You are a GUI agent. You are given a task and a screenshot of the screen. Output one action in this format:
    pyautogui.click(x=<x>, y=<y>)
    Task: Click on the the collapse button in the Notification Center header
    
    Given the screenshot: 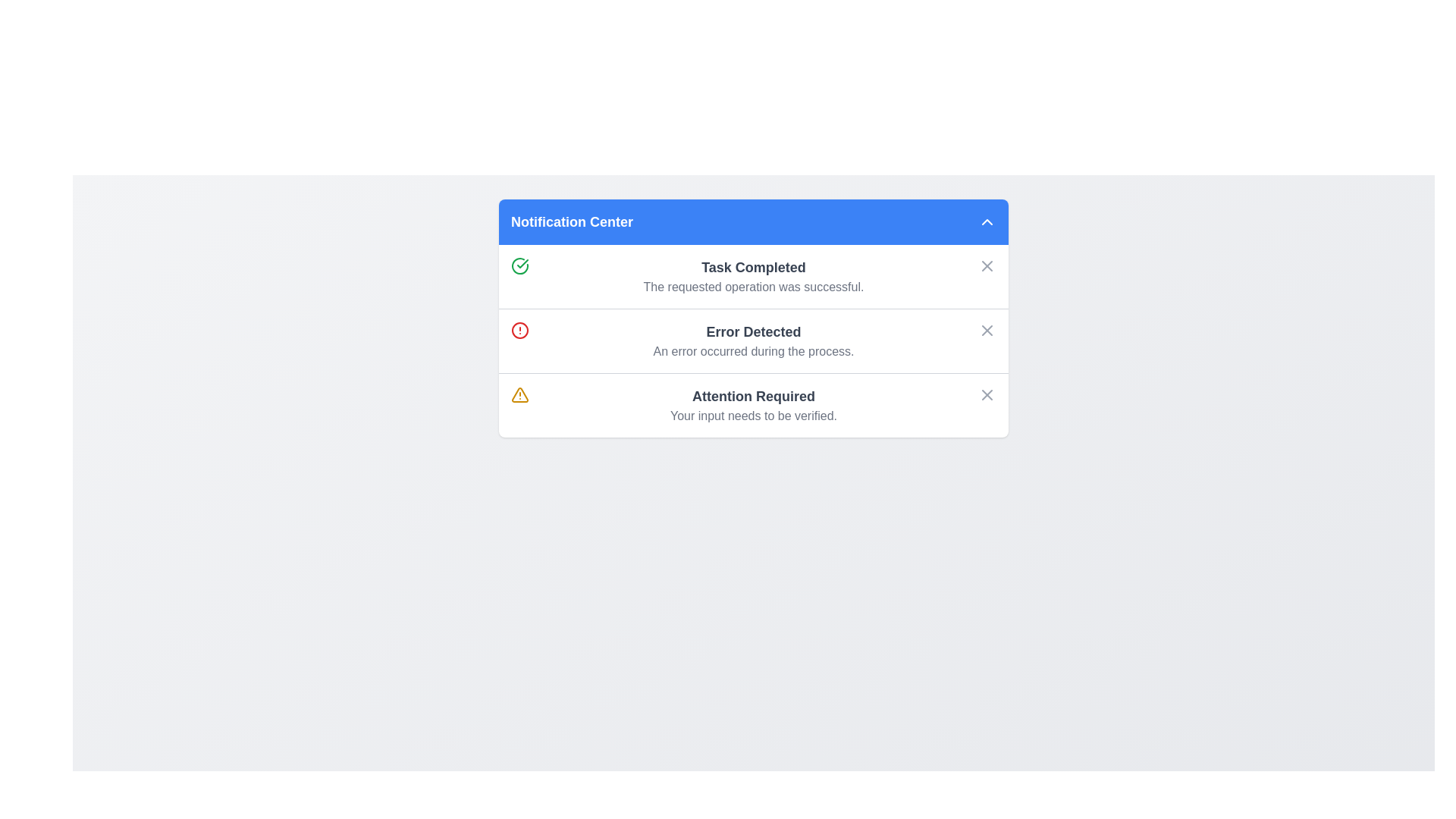 What is the action you would take?
    pyautogui.click(x=987, y=222)
    